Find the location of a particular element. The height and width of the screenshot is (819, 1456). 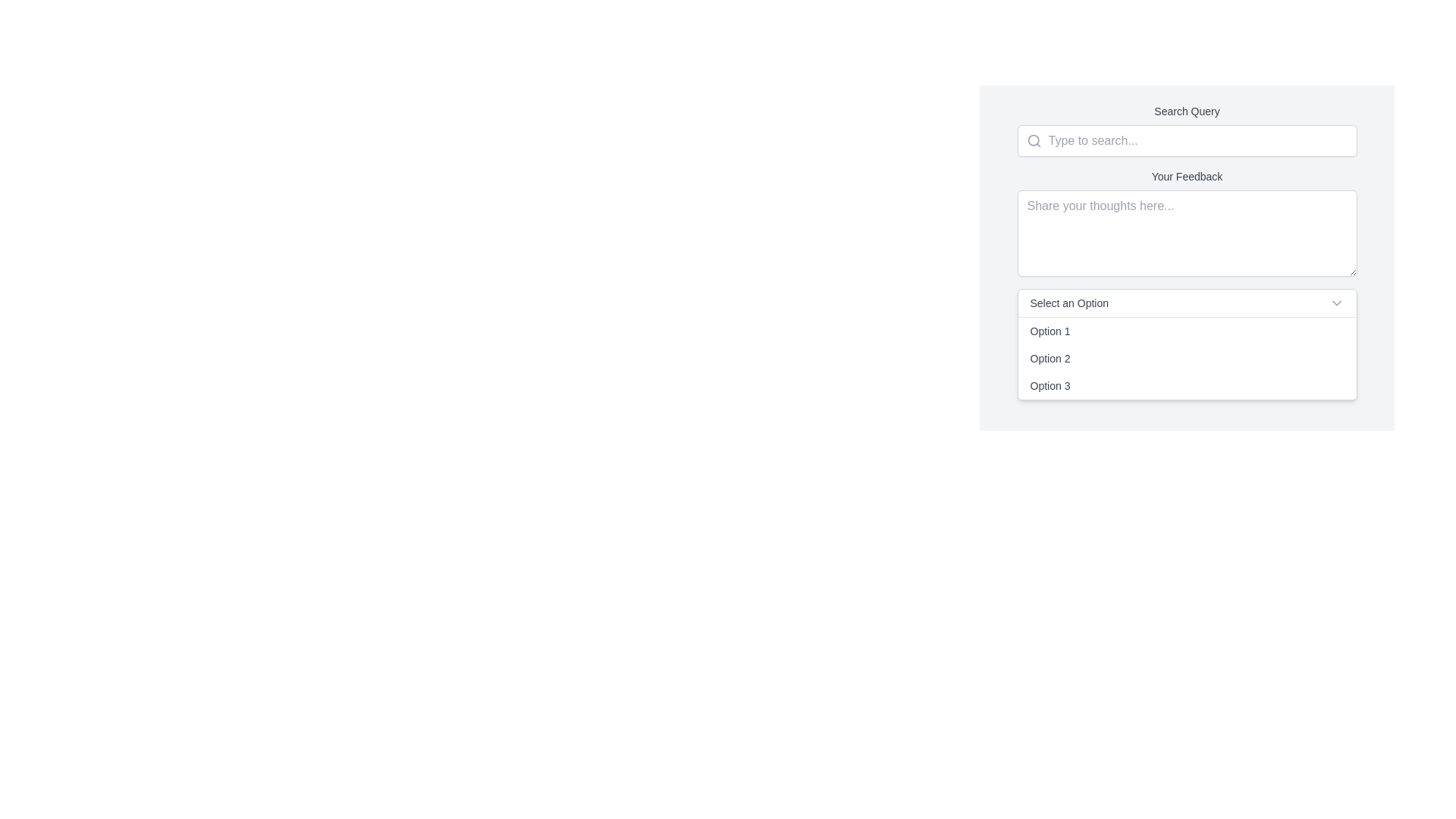

and drop text into the textarea located below the 'Your Feedback' label, which features a light gray border and a blue ring when focused is located at coordinates (1186, 234).